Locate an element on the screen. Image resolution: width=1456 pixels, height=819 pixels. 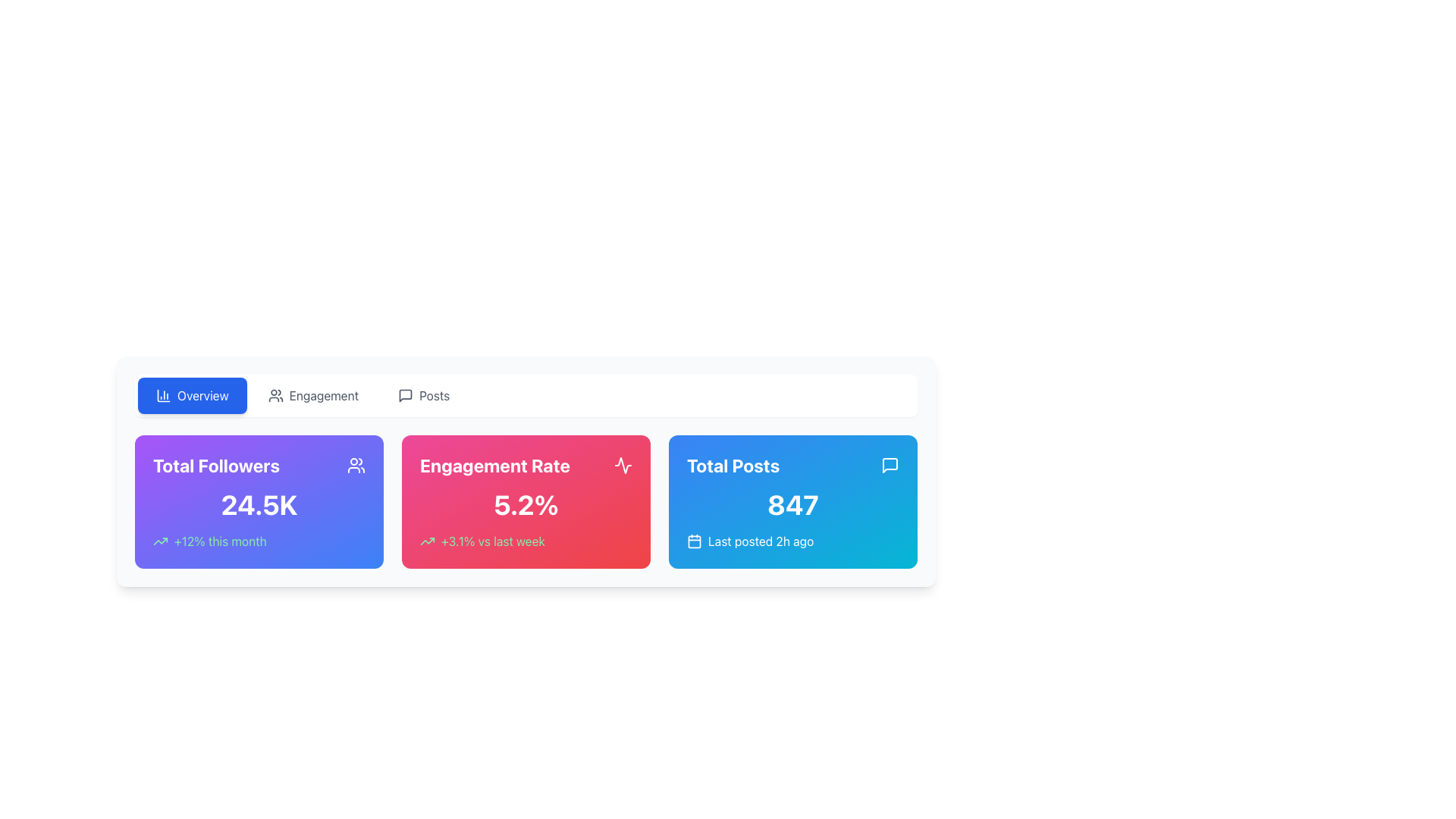
the static text element displaying '24.5K' total followers, which is the main data point within the card under the label 'Total Followers' is located at coordinates (259, 505).